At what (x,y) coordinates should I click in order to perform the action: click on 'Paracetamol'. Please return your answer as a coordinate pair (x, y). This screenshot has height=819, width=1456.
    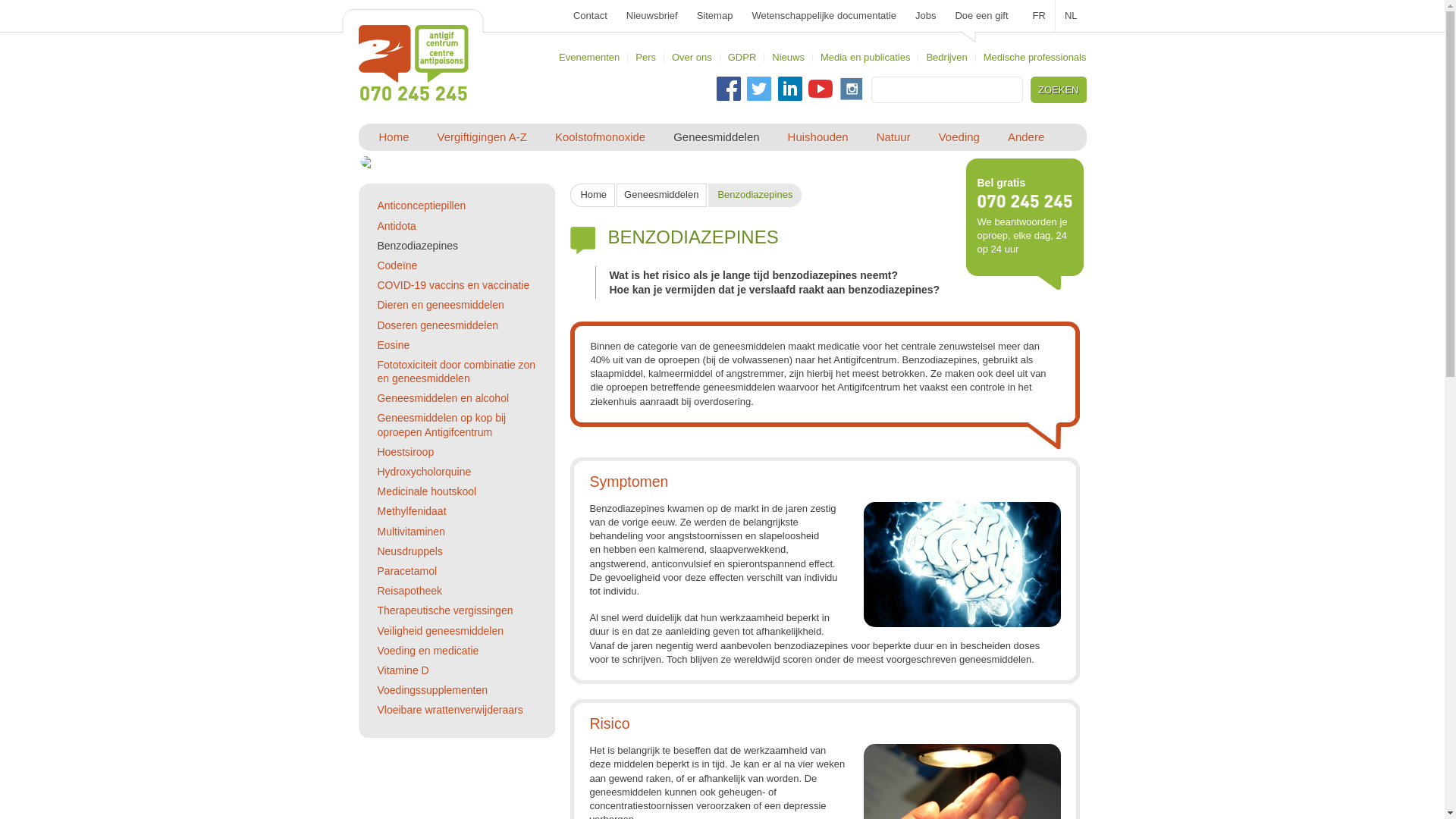
    Looking at the image, I should click on (377, 570).